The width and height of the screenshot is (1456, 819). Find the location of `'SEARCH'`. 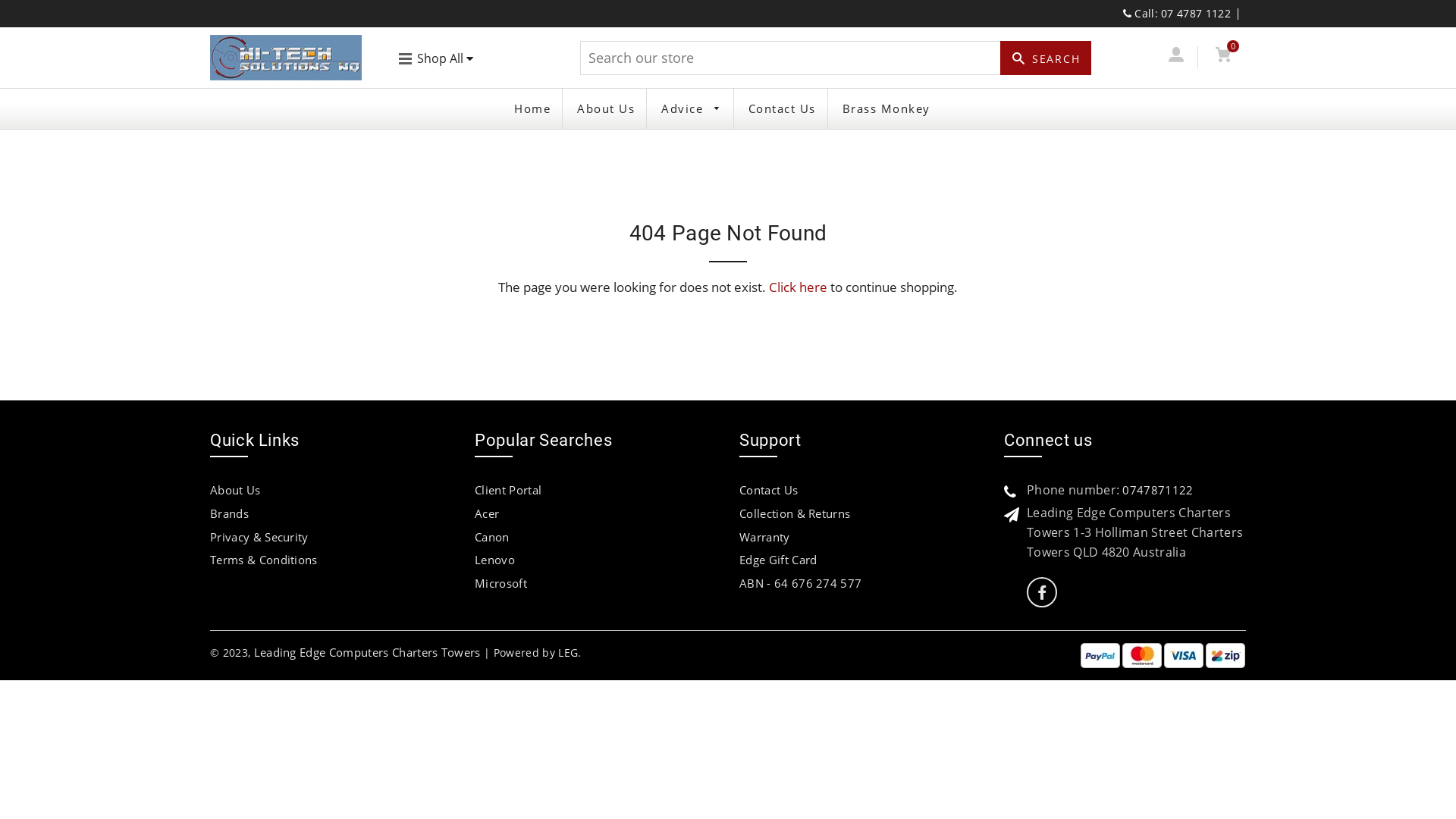

'SEARCH' is located at coordinates (1044, 57).